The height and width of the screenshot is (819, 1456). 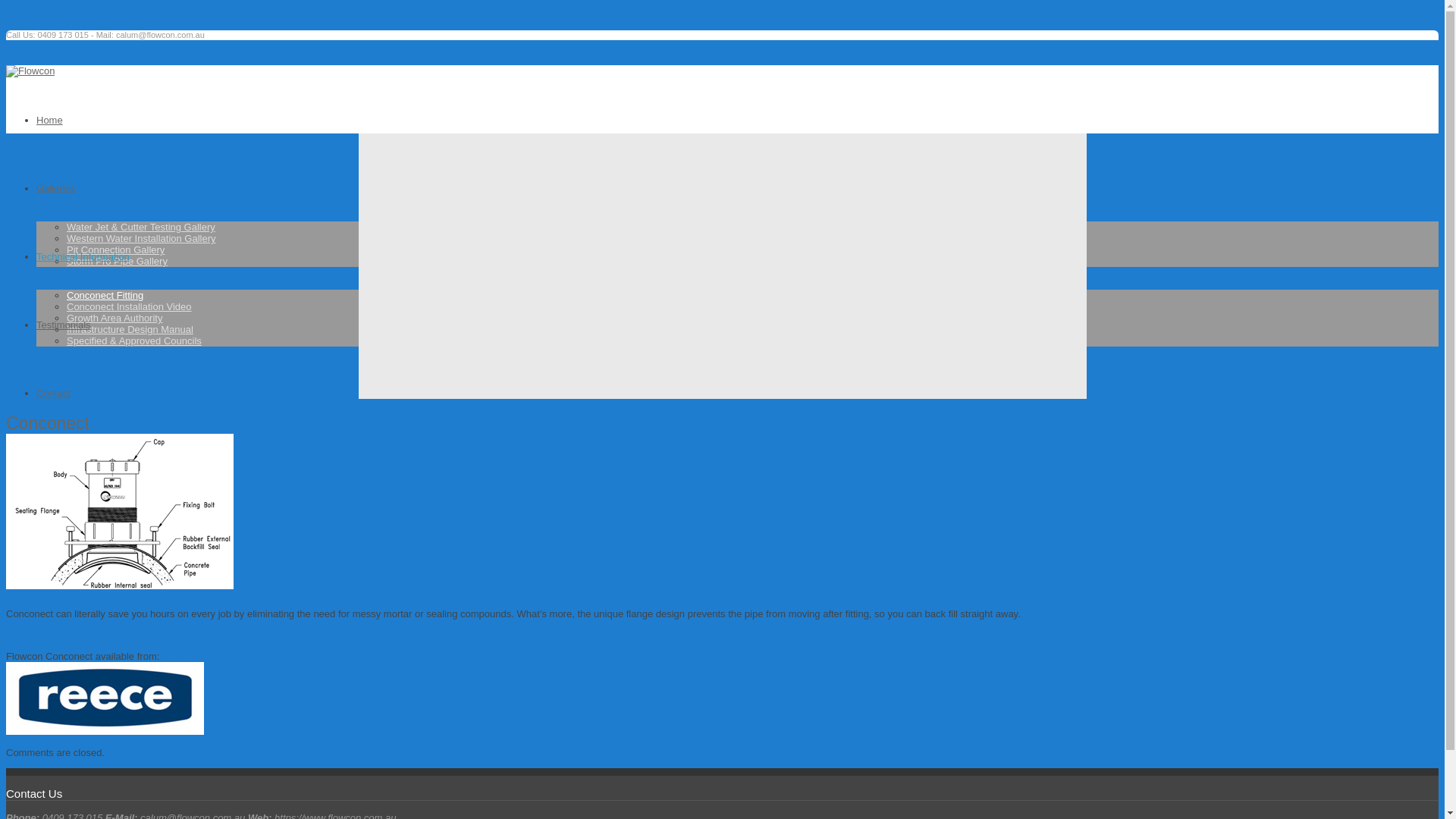 I want to click on 'Specified & Approved Councils', so click(x=134, y=340).